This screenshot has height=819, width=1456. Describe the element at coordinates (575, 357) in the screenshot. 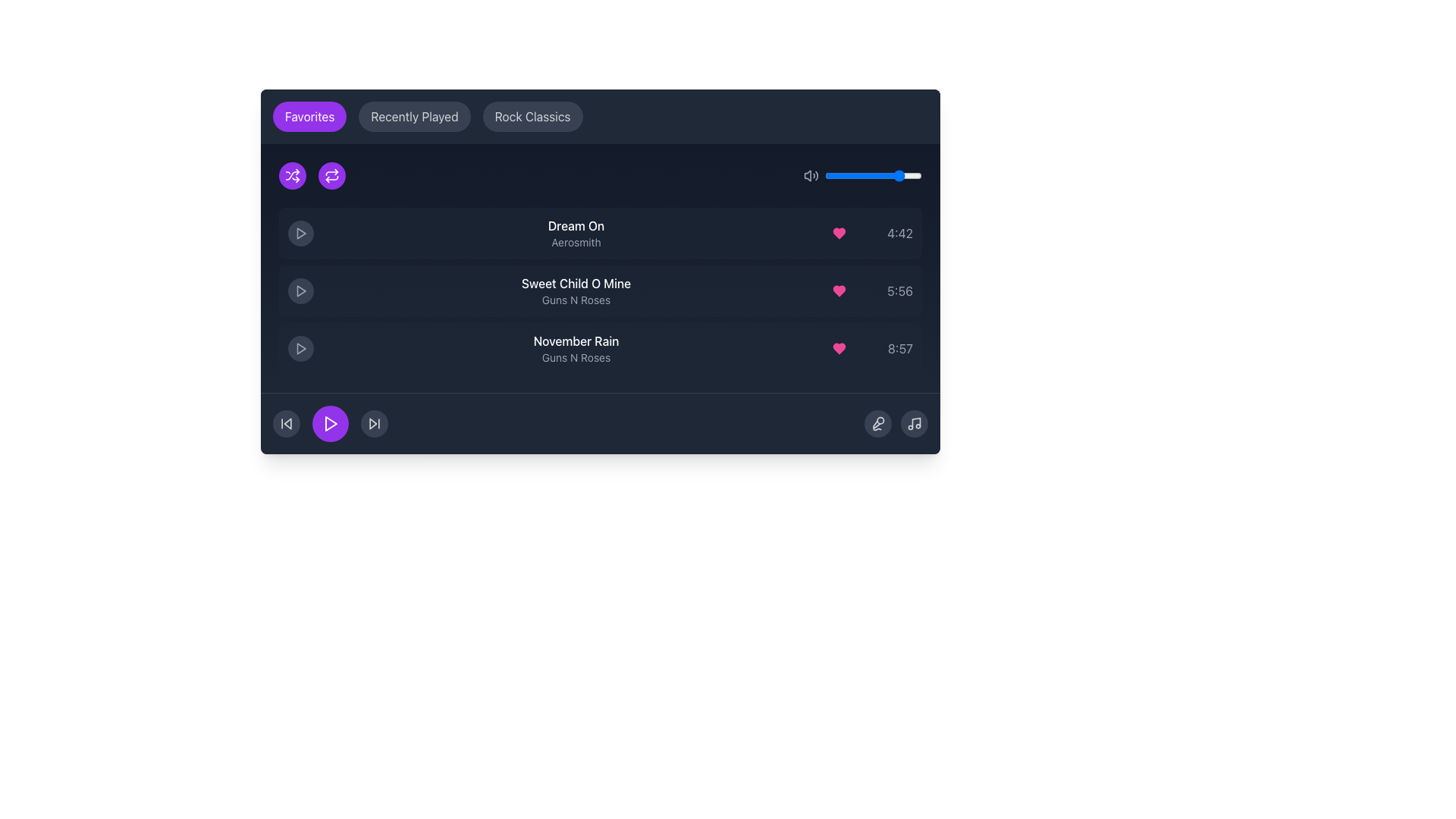

I see `the non-interactive text label displaying the artist associated with the song 'November Rain', located within the third list item beneath the title 'November Rain'` at that location.